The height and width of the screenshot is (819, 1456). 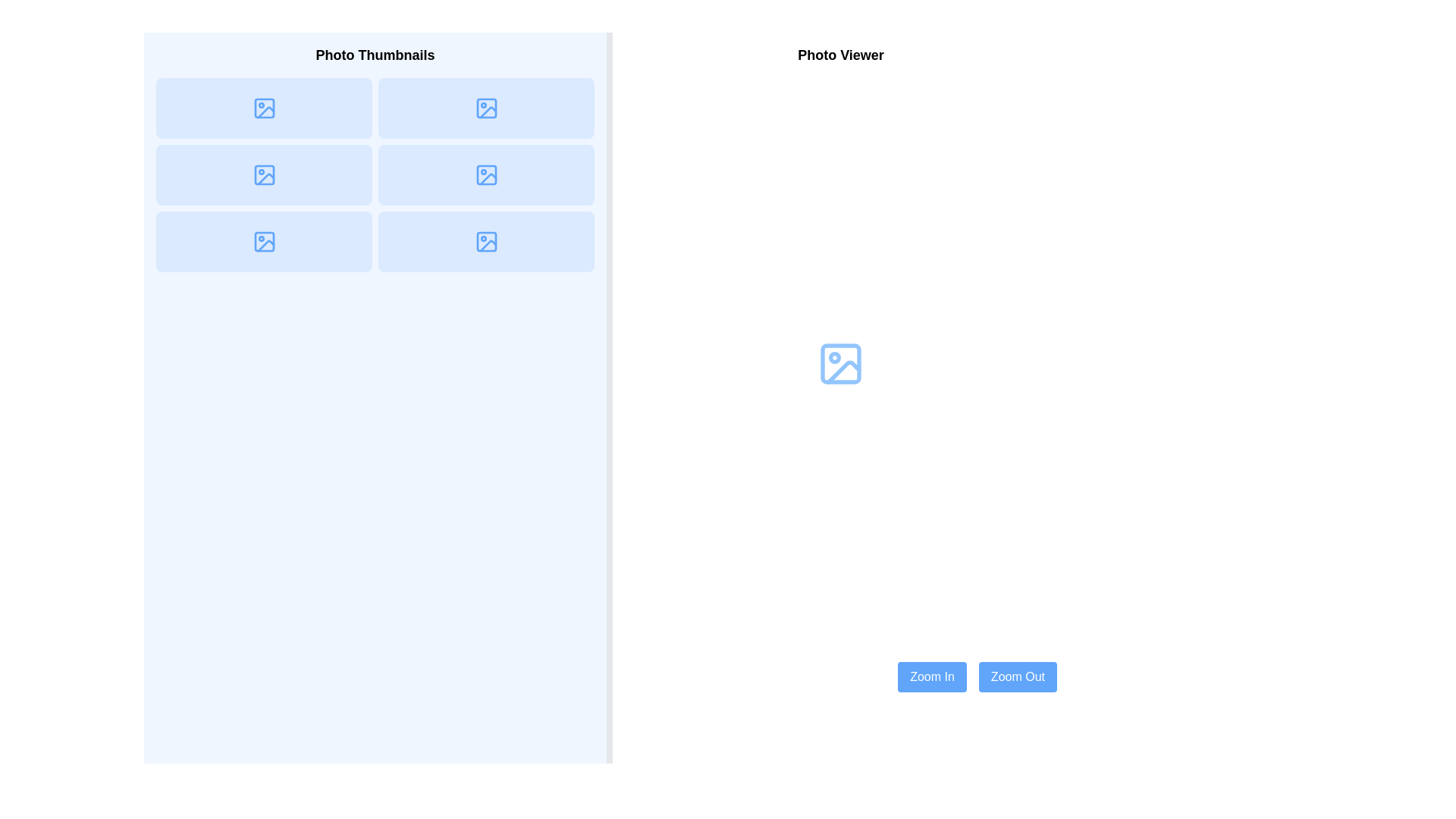 I want to click on the photo thumbnail icon located, so click(x=486, y=107).